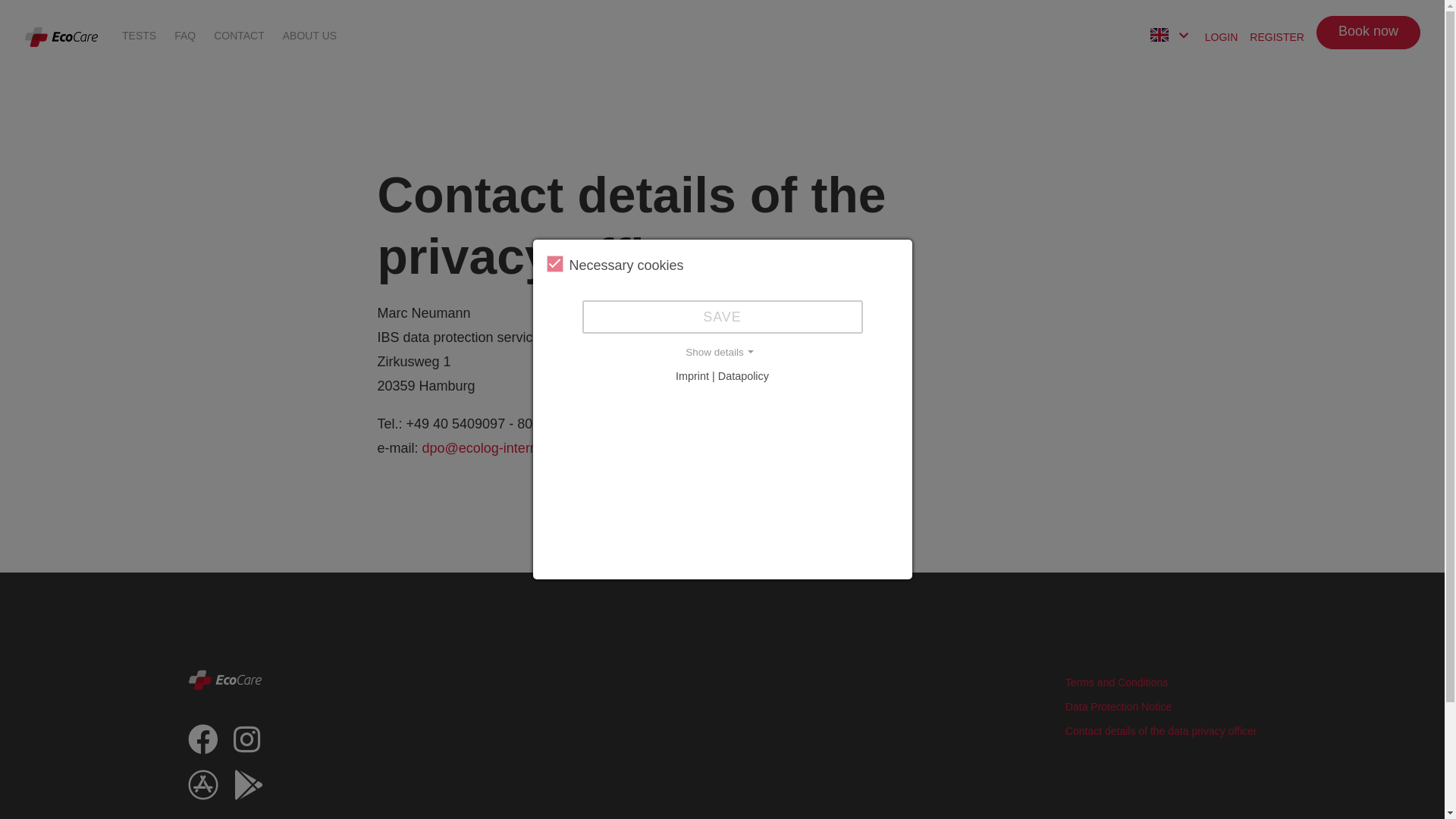 This screenshot has width=1456, height=819. I want to click on 'REGISTER', so click(1276, 35).